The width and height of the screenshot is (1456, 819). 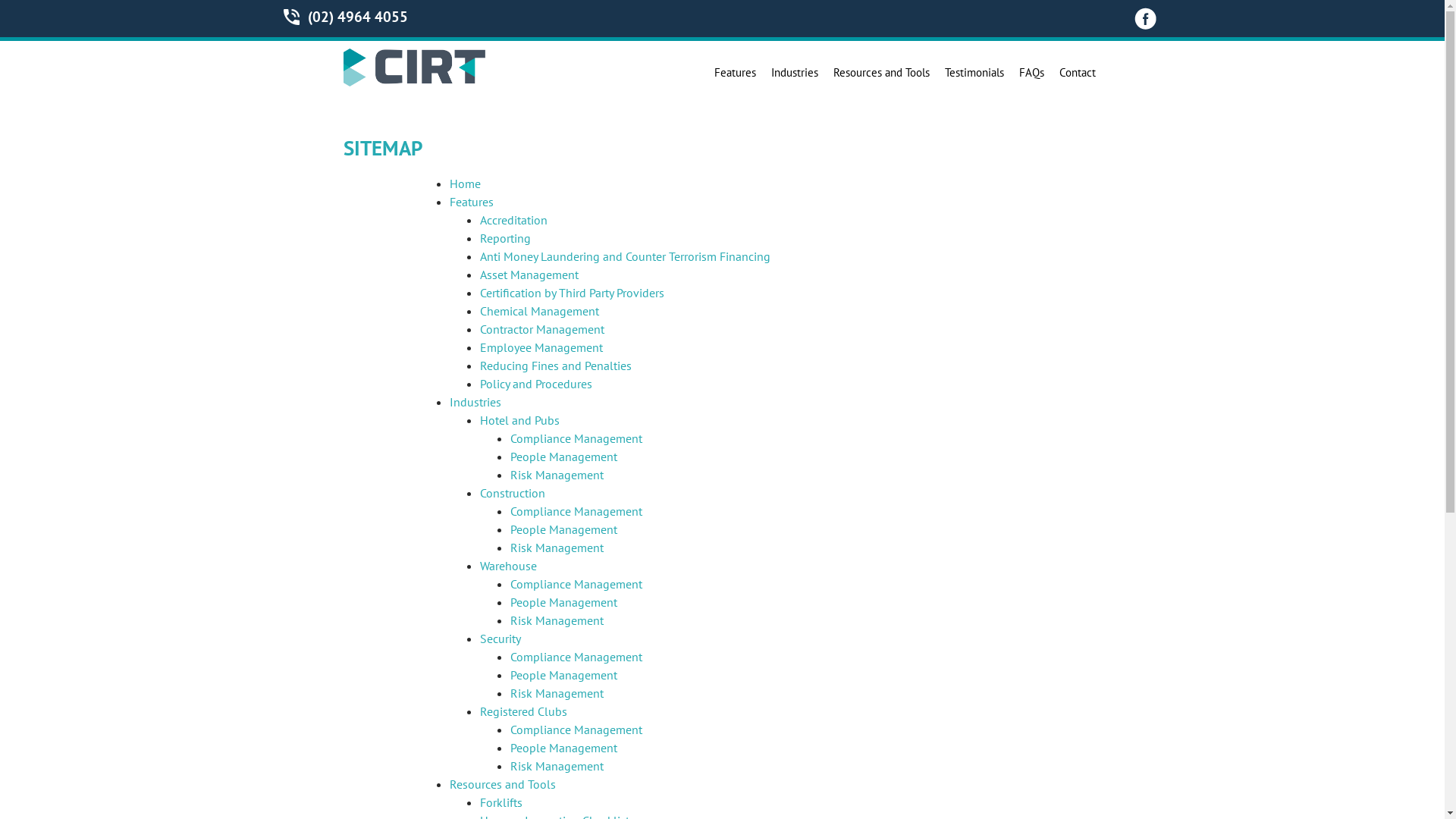 I want to click on 'Policy and Procedures', so click(x=535, y=382).